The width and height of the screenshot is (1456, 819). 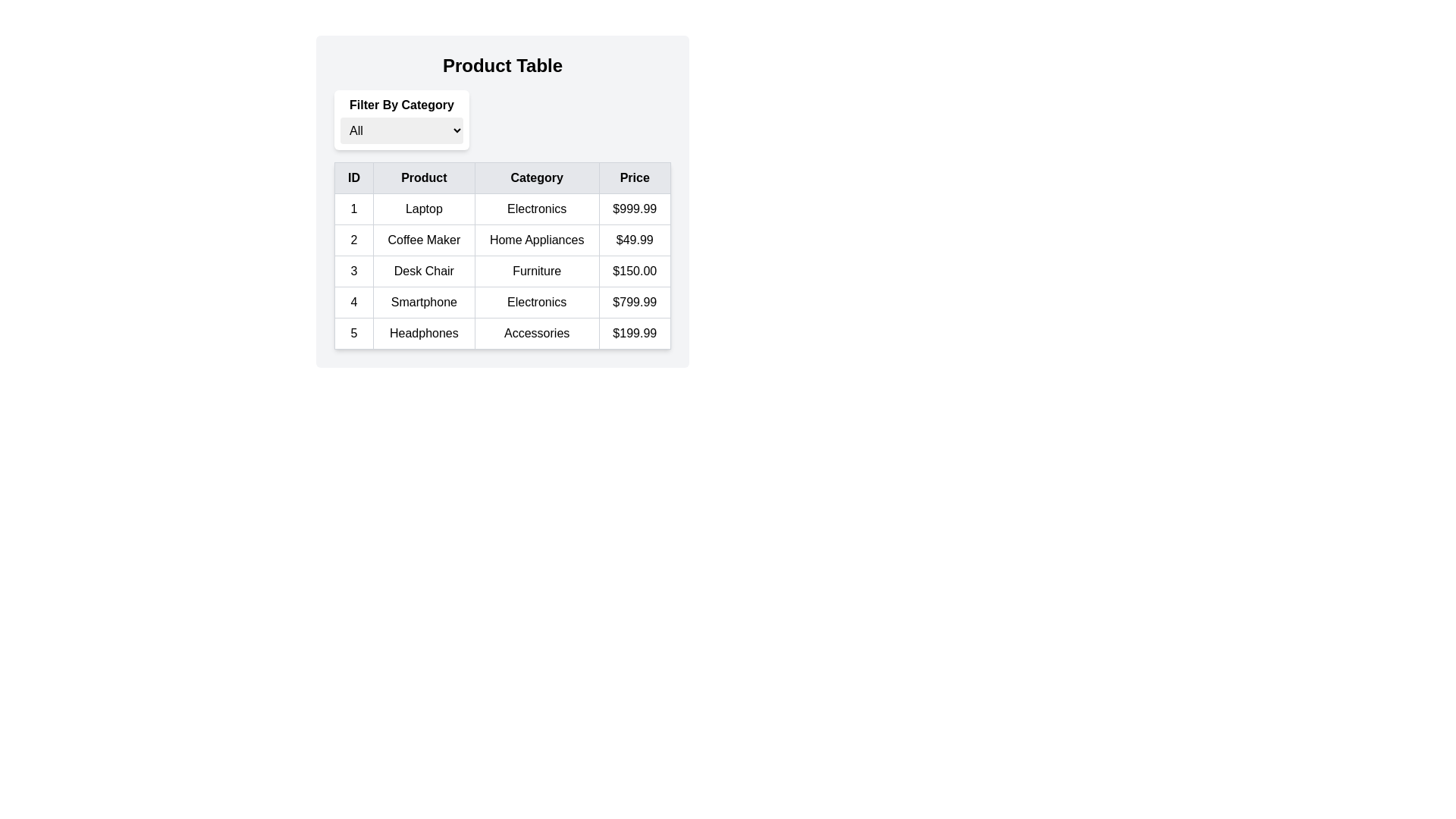 What do you see at coordinates (353, 239) in the screenshot?
I see `the Table Cell in the second row of the table that displays the identifier for the corresponding row, located in the 'ID' column` at bounding box center [353, 239].